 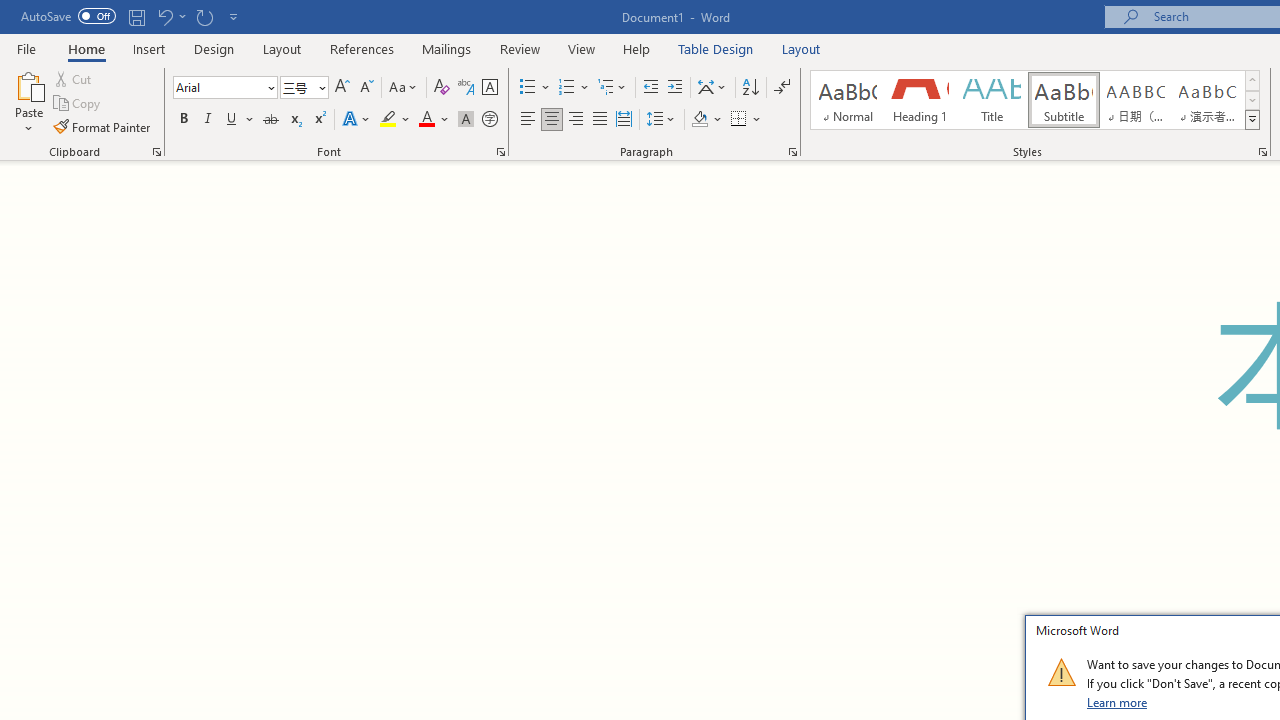 What do you see at coordinates (1251, 79) in the screenshot?
I see `'Row up'` at bounding box center [1251, 79].